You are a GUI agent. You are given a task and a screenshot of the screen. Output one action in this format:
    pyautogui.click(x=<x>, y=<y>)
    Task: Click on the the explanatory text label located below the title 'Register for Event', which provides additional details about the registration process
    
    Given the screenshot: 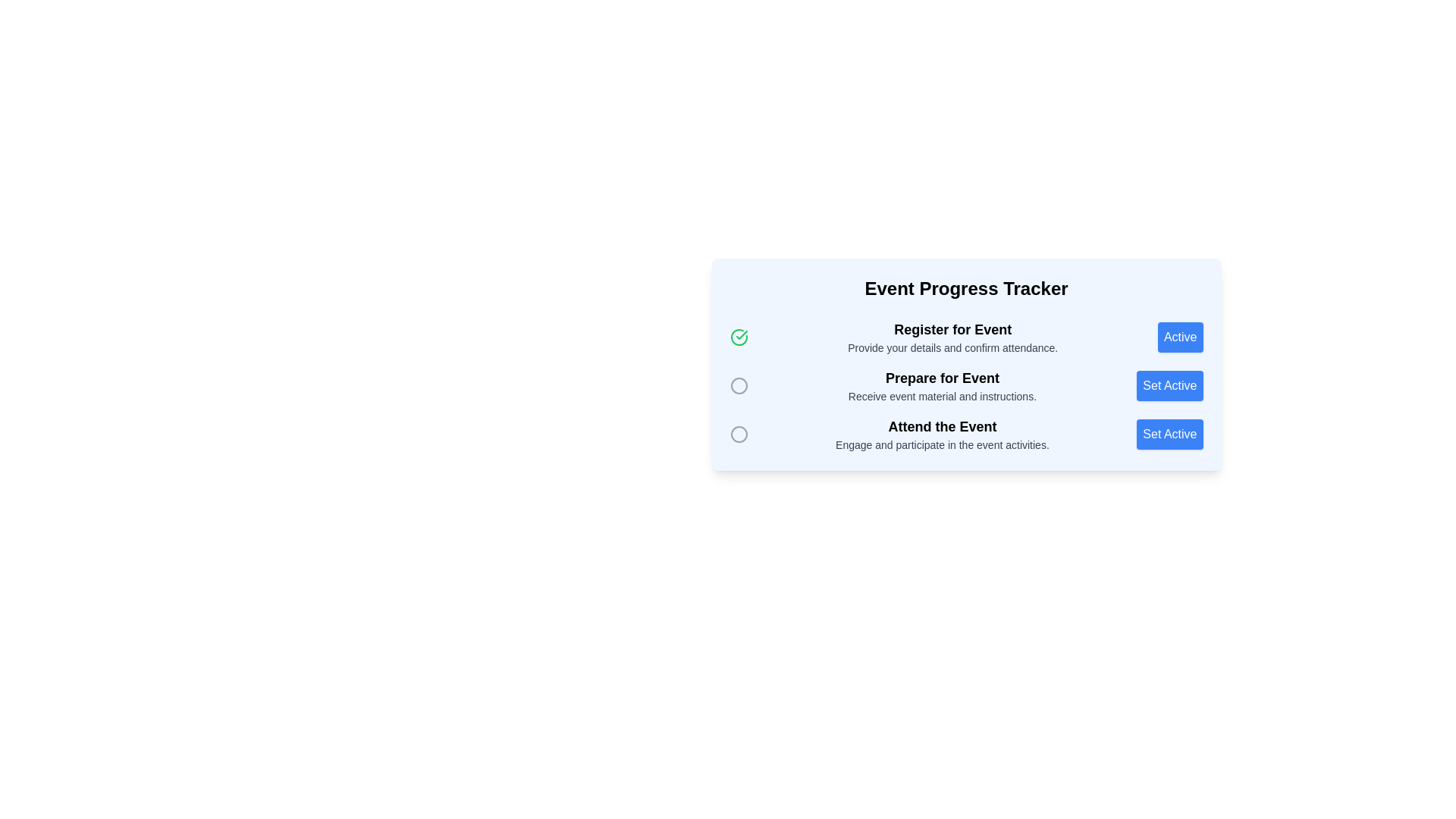 What is the action you would take?
    pyautogui.click(x=952, y=348)
    